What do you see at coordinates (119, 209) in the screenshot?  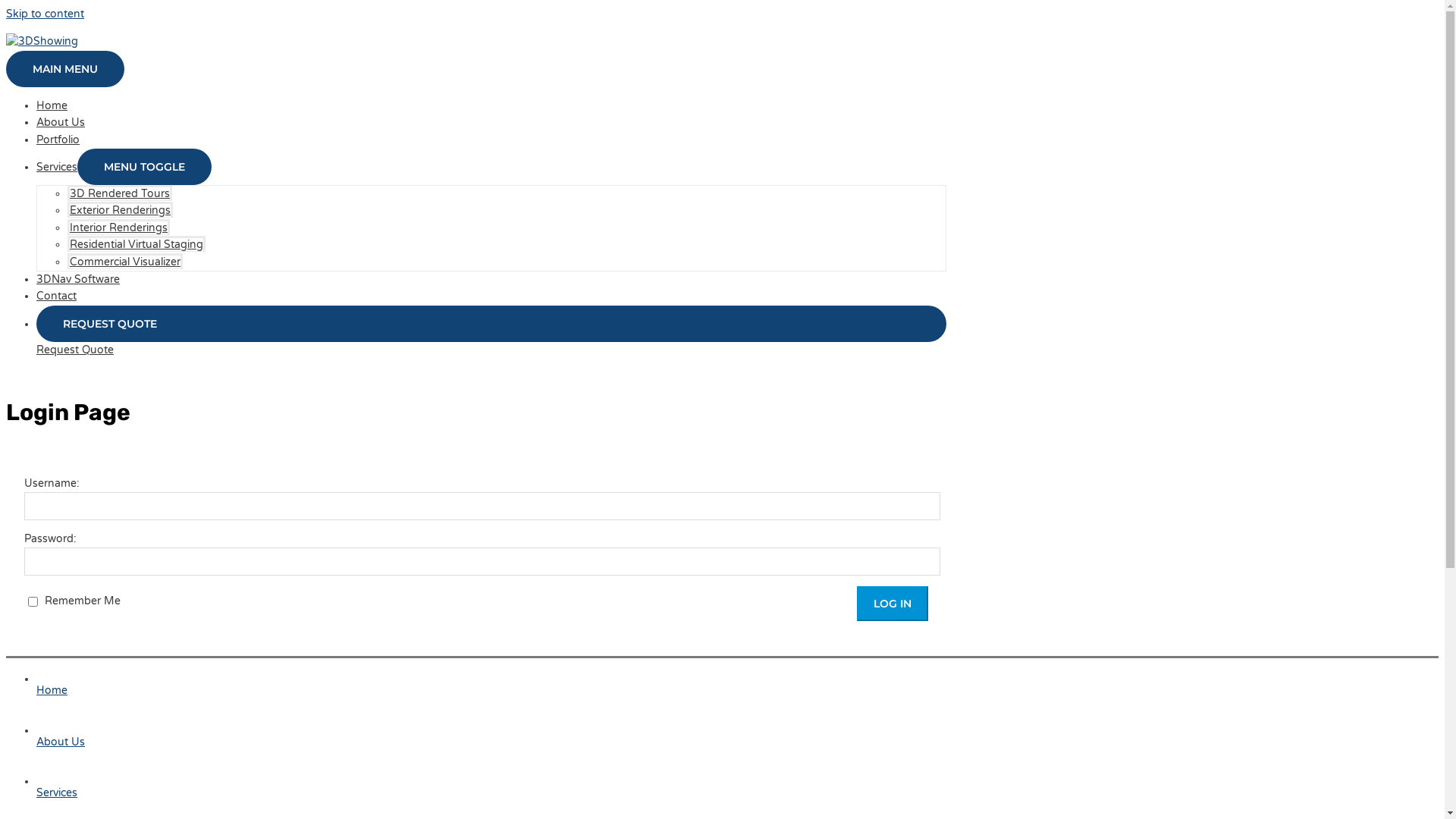 I see `'Exterior Renderings'` at bounding box center [119, 209].